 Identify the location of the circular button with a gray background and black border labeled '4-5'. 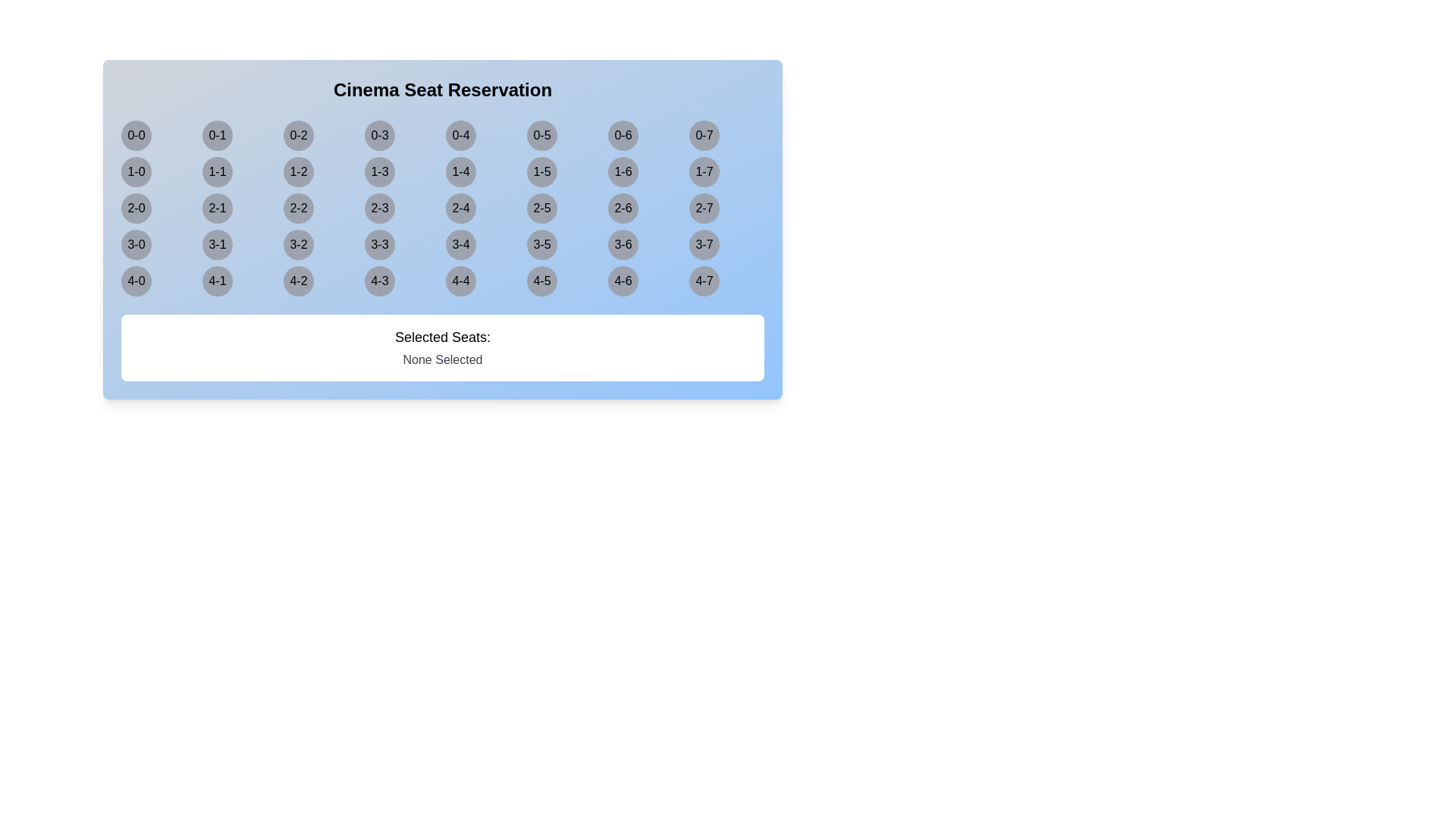
(542, 281).